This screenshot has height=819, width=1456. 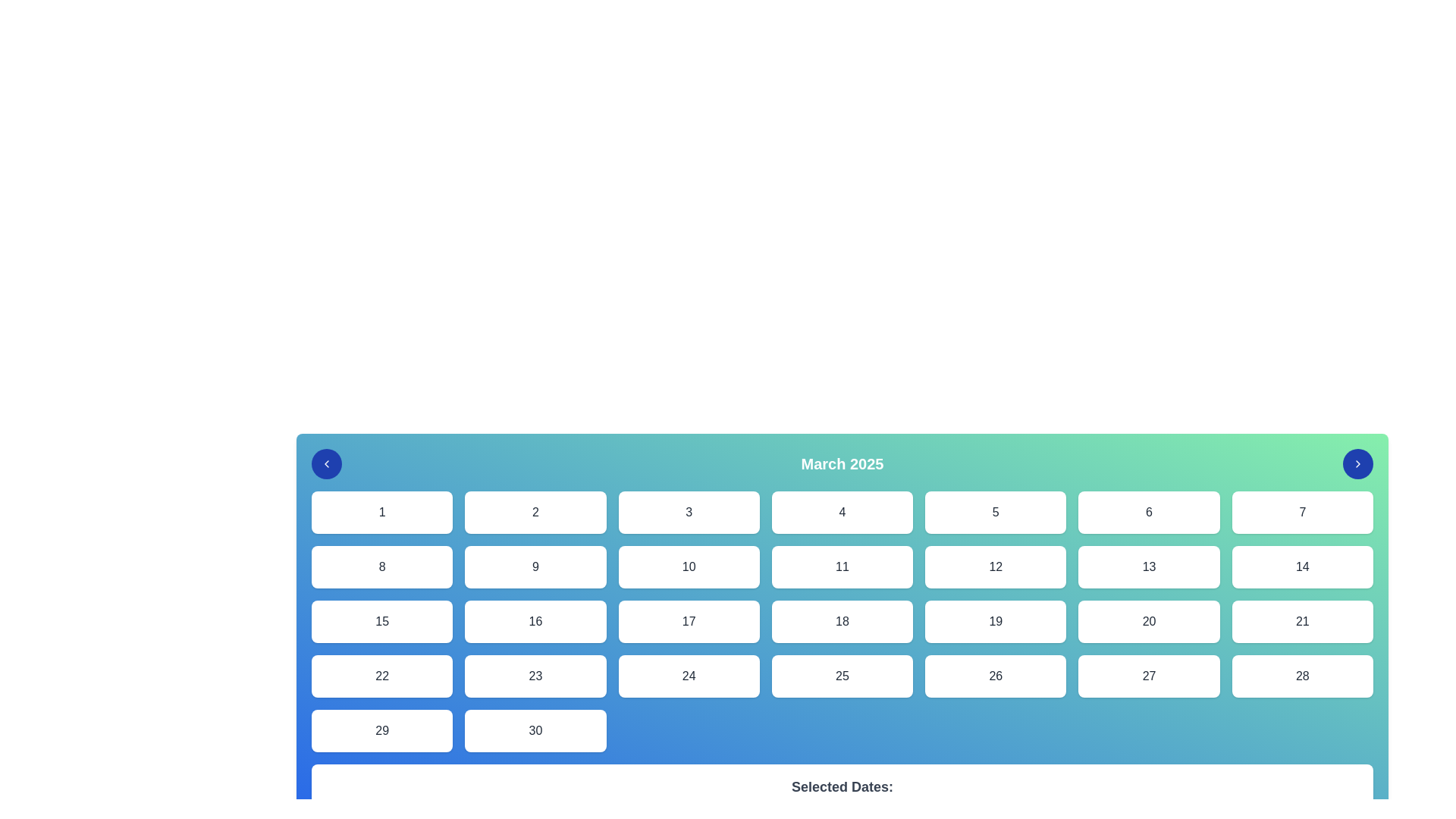 I want to click on the button labeled '7' using keyboard navigation, so click(x=1301, y=512).